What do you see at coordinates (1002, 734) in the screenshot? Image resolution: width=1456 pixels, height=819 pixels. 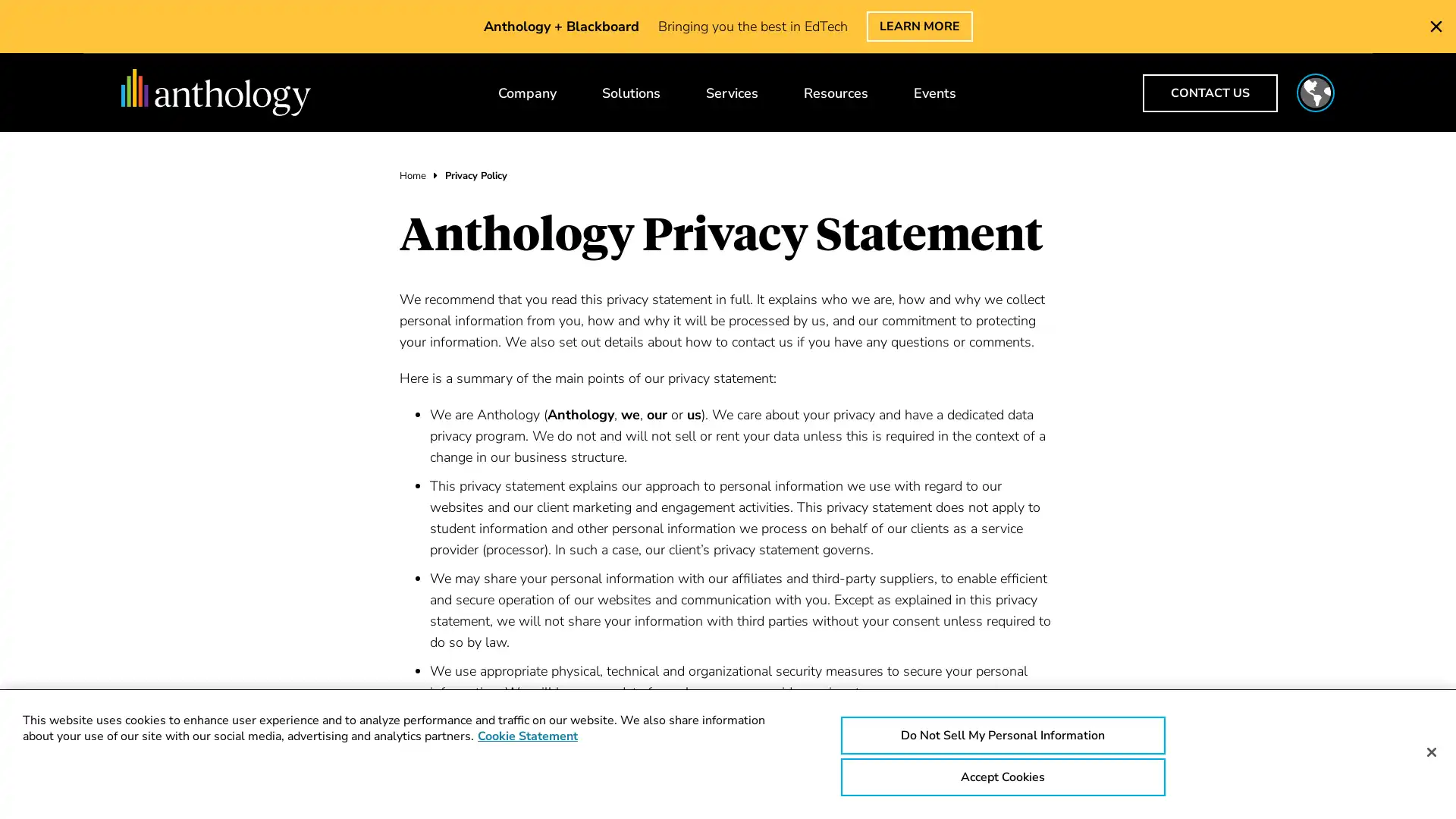 I see `Do Not Sell My Personal Information` at bounding box center [1002, 734].